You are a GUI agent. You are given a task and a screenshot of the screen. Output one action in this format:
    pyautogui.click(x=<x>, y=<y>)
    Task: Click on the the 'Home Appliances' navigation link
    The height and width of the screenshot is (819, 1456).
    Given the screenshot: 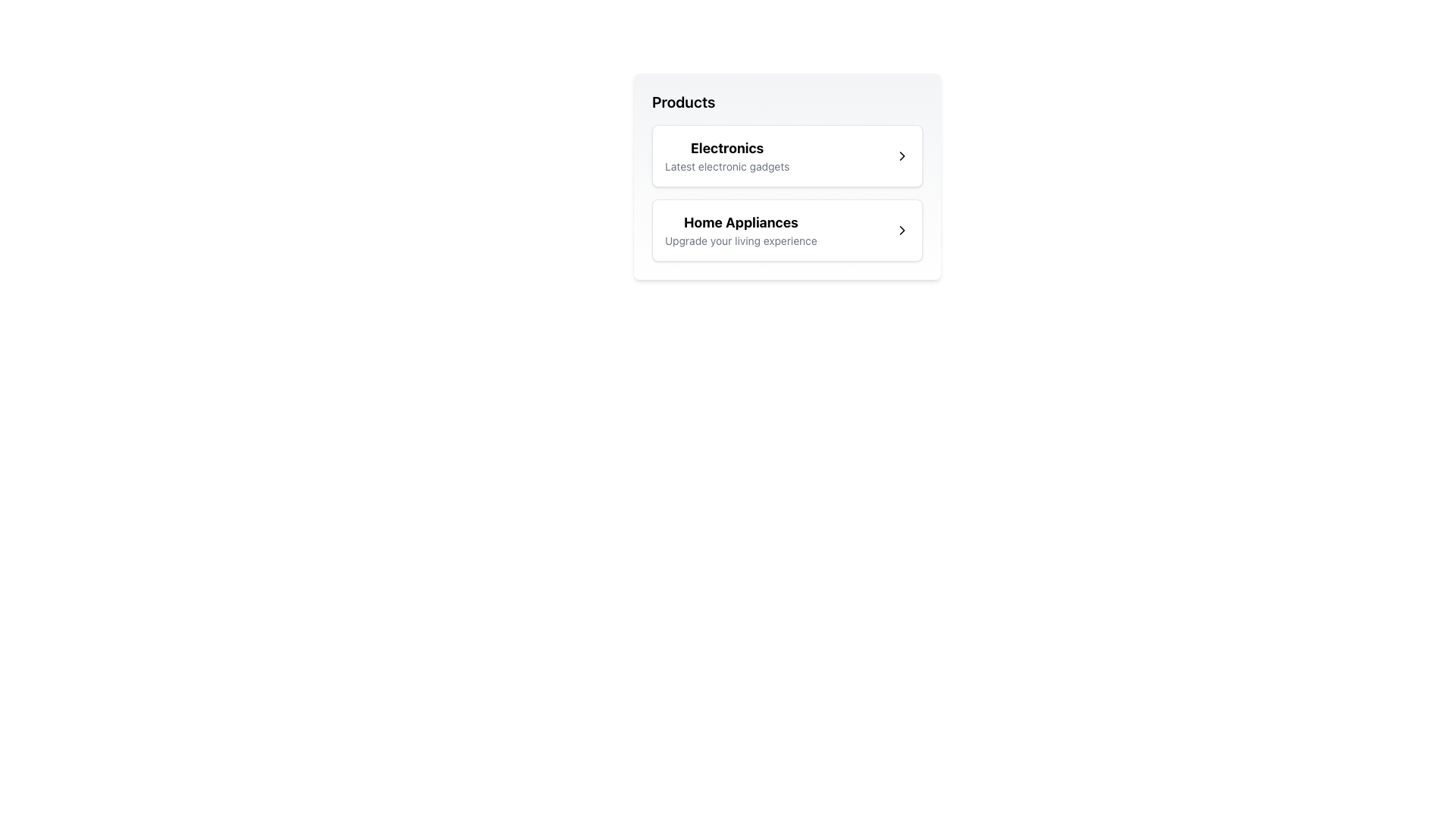 What is the action you would take?
    pyautogui.click(x=741, y=231)
    